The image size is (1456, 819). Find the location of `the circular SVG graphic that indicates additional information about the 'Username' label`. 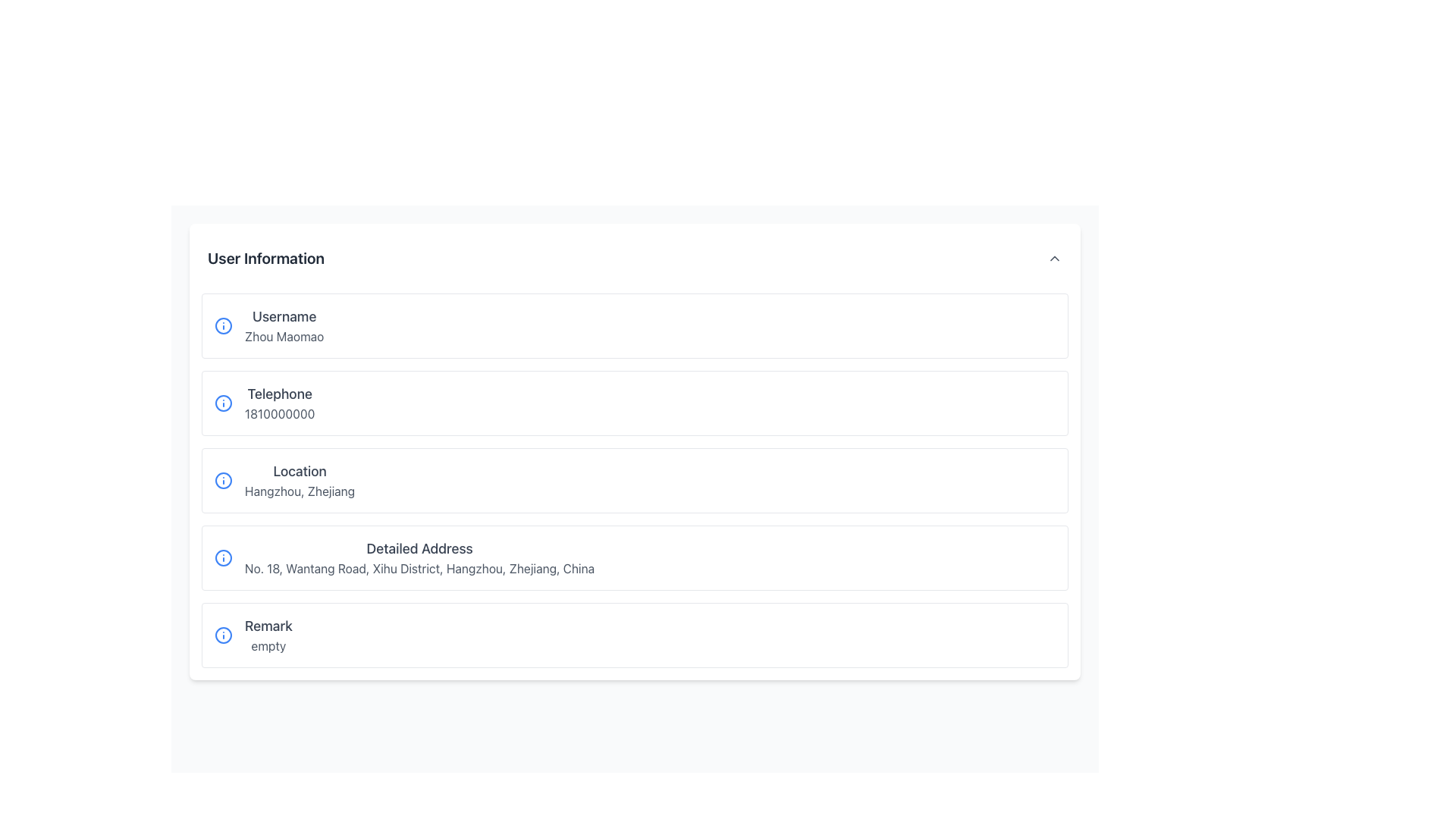

the circular SVG graphic that indicates additional information about the 'Username' label is located at coordinates (222, 325).